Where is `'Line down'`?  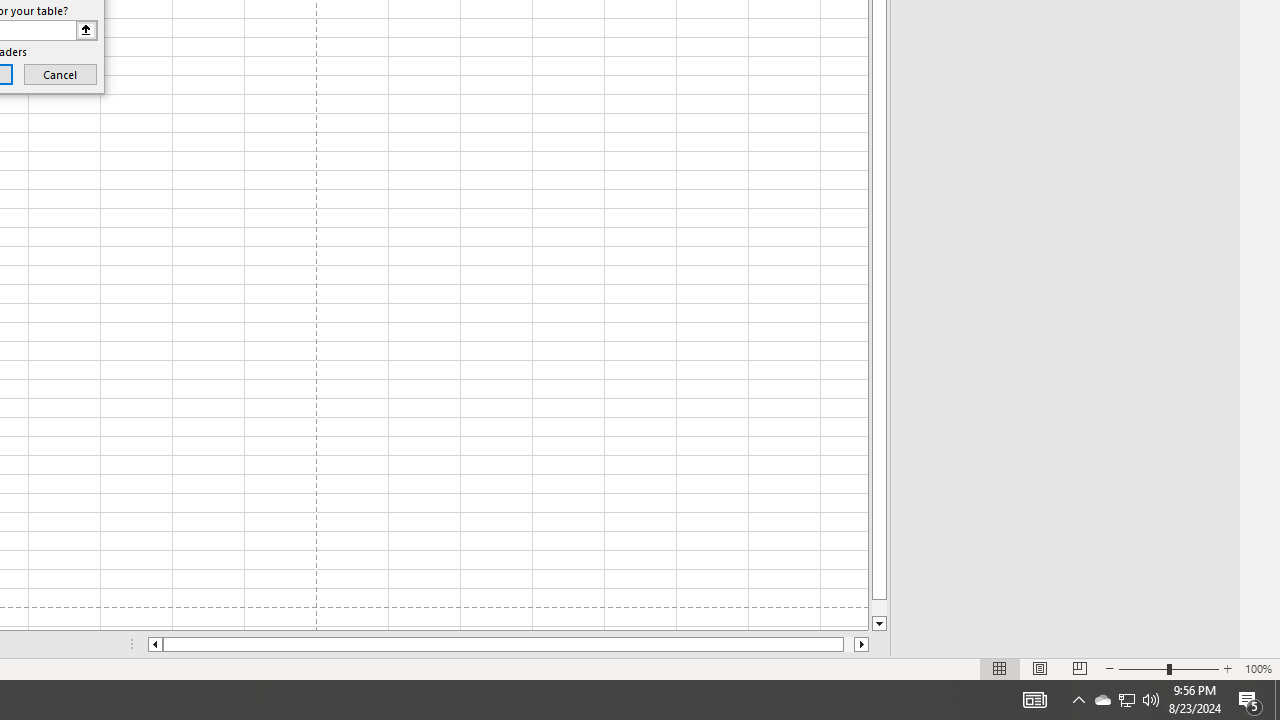 'Line down' is located at coordinates (879, 623).